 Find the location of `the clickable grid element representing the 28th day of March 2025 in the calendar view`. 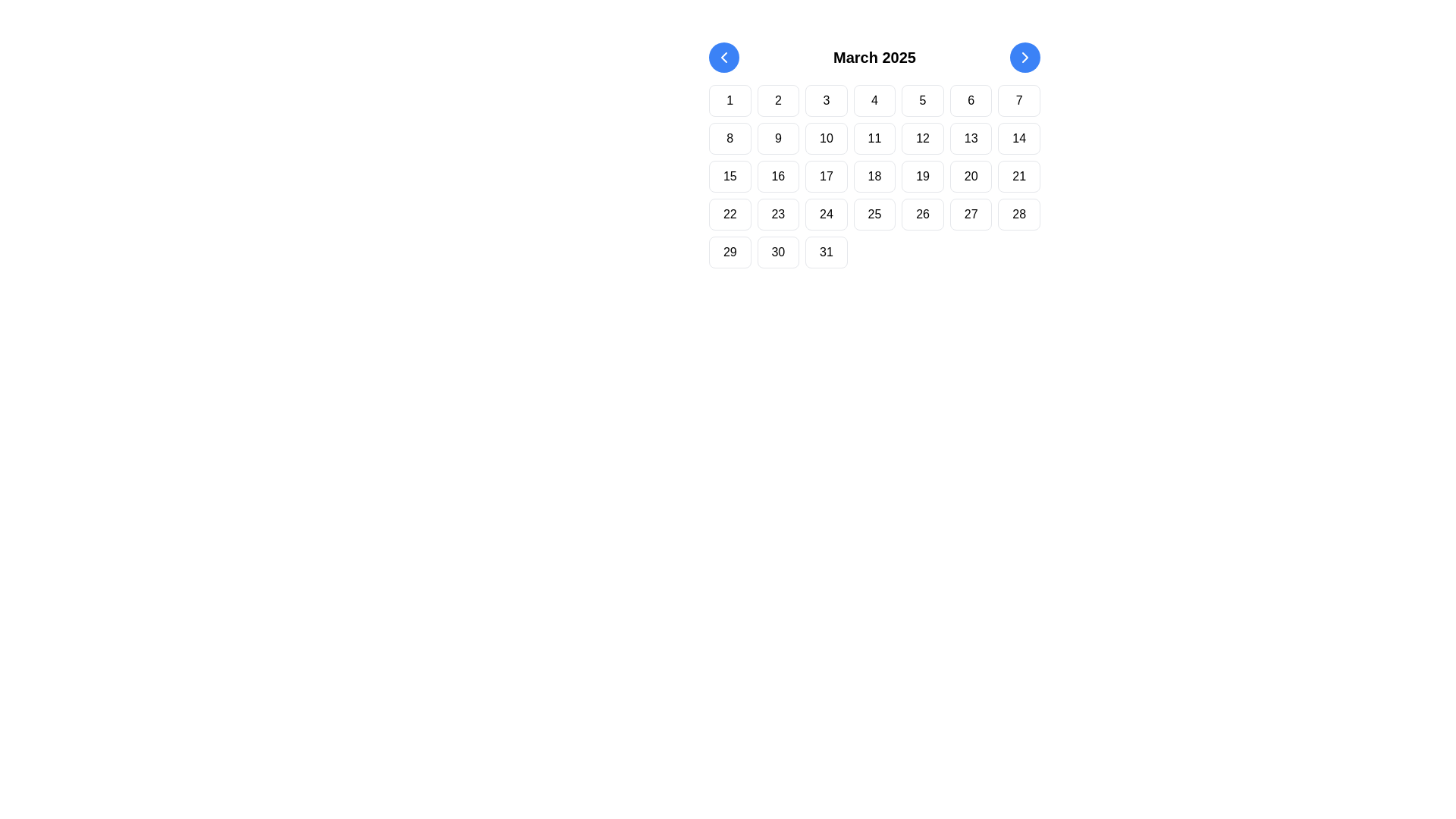

the clickable grid element representing the 28th day of March 2025 in the calendar view is located at coordinates (1019, 214).